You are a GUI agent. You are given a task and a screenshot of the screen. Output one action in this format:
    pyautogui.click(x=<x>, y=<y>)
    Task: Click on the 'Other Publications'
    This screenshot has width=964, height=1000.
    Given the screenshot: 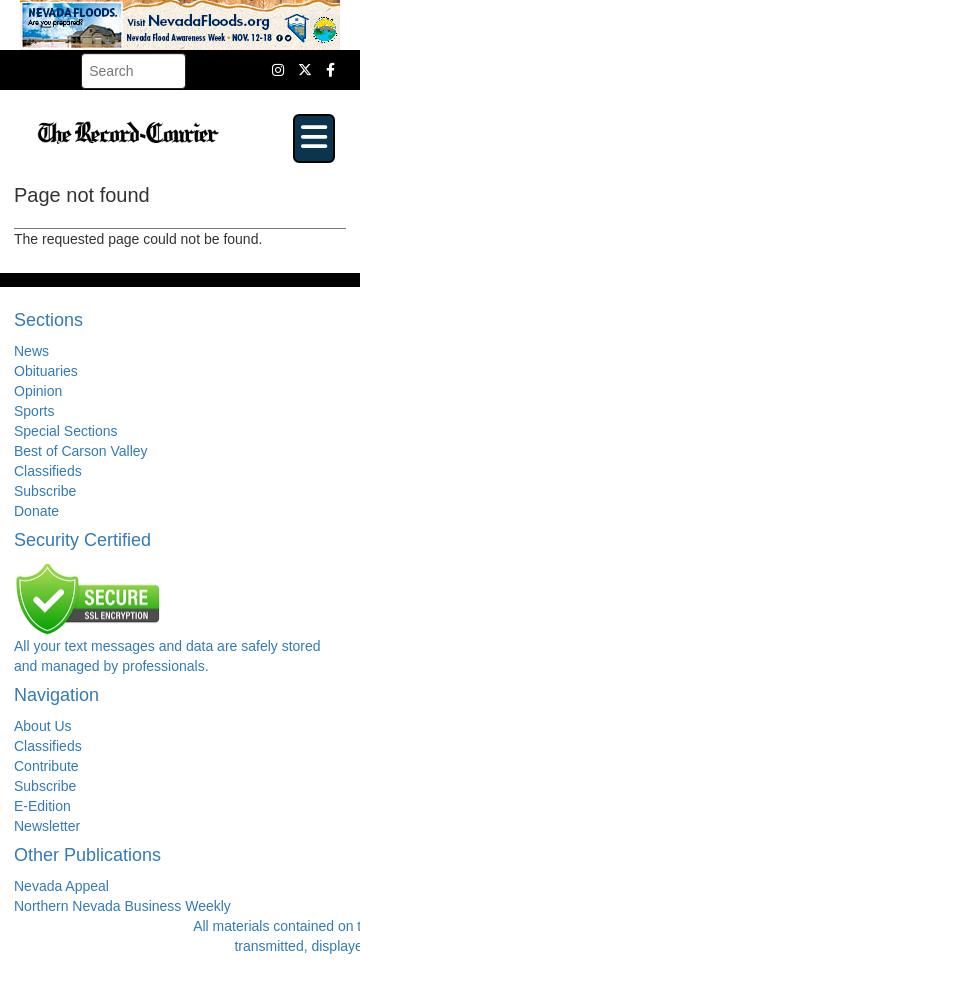 What is the action you would take?
    pyautogui.click(x=86, y=853)
    